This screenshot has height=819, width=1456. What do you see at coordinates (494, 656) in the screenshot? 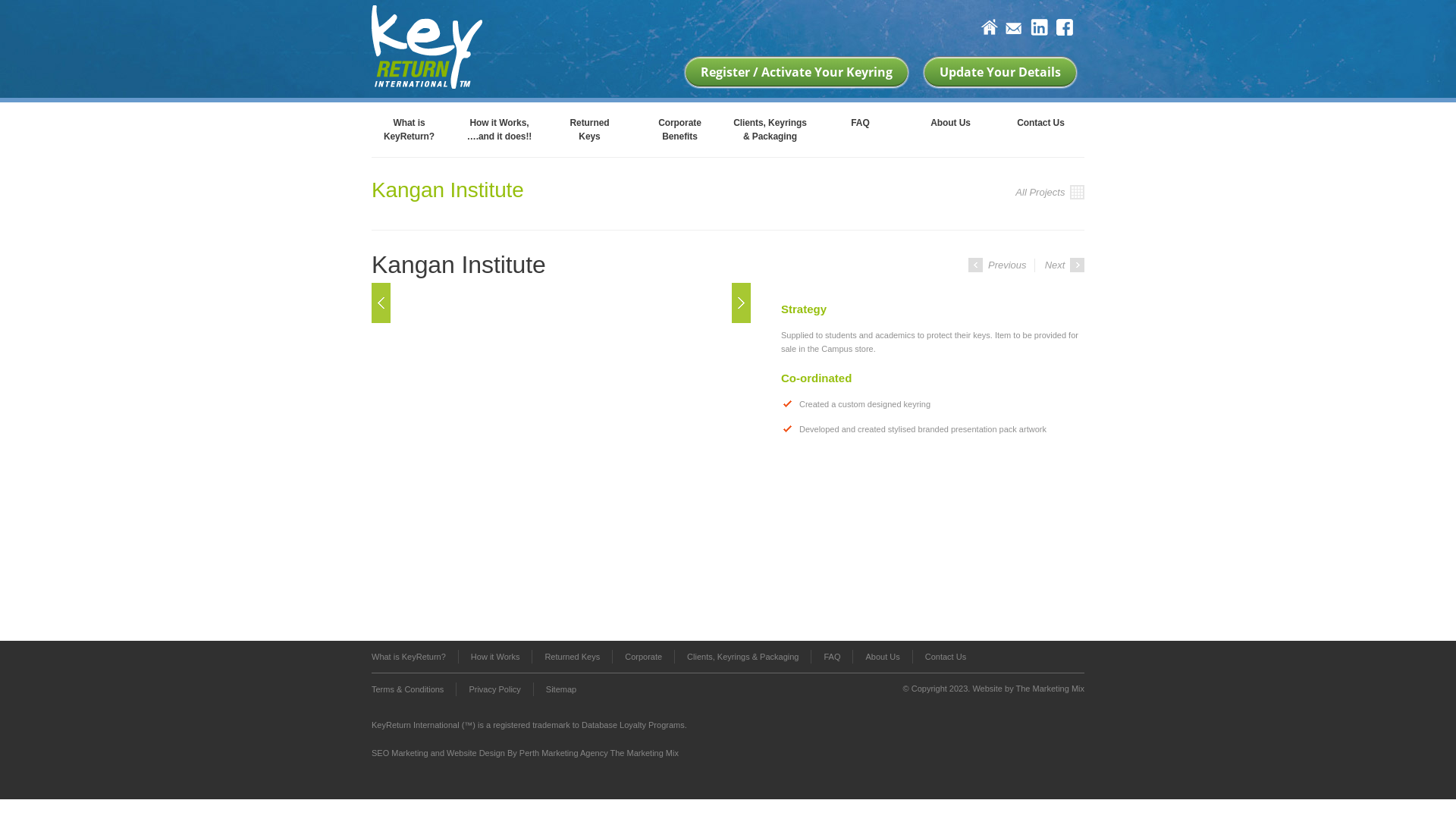
I see `'How it Works'` at bounding box center [494, 656].